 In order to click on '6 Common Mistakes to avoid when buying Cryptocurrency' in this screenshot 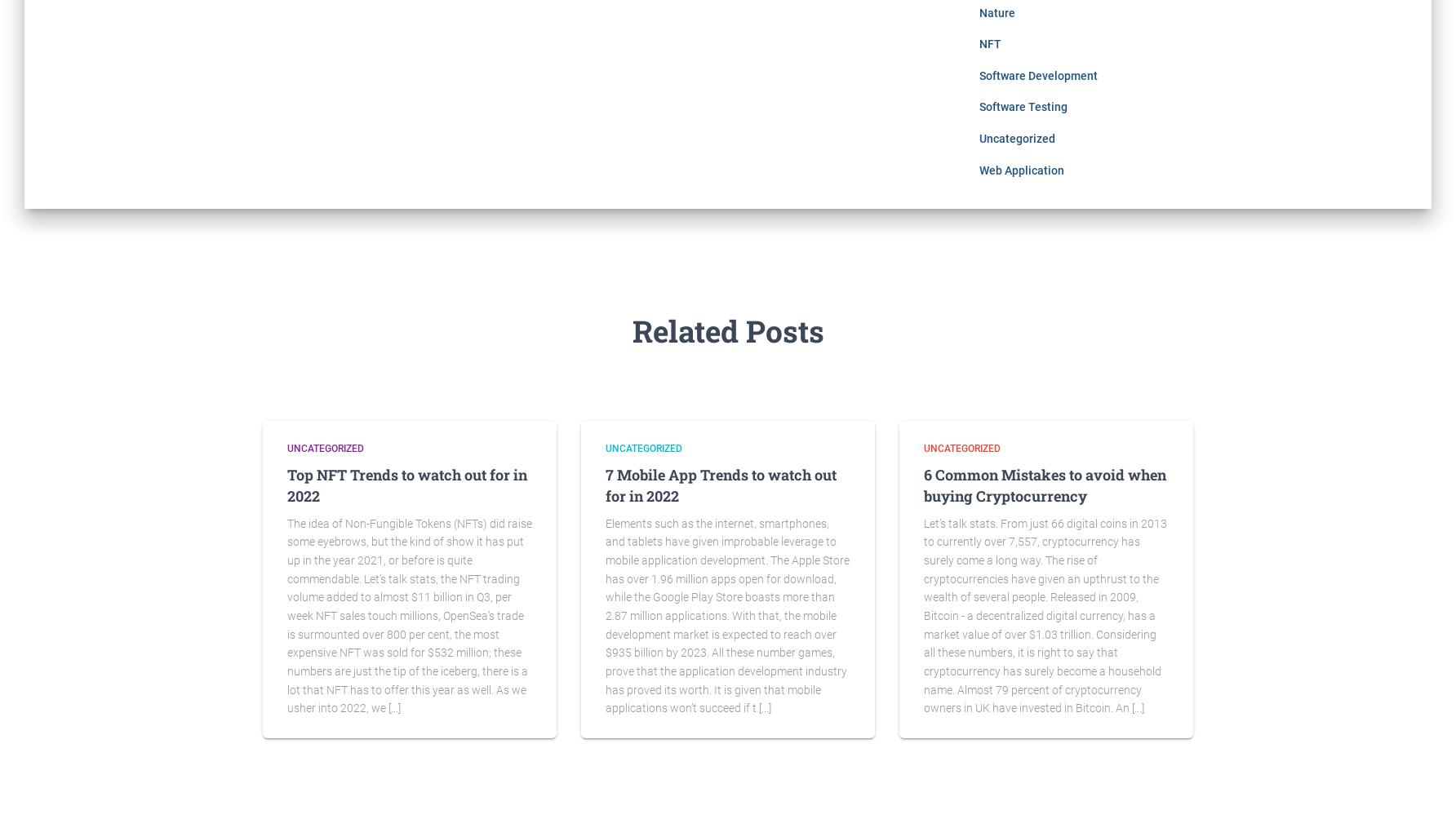, I will do `click(923, 485)`.